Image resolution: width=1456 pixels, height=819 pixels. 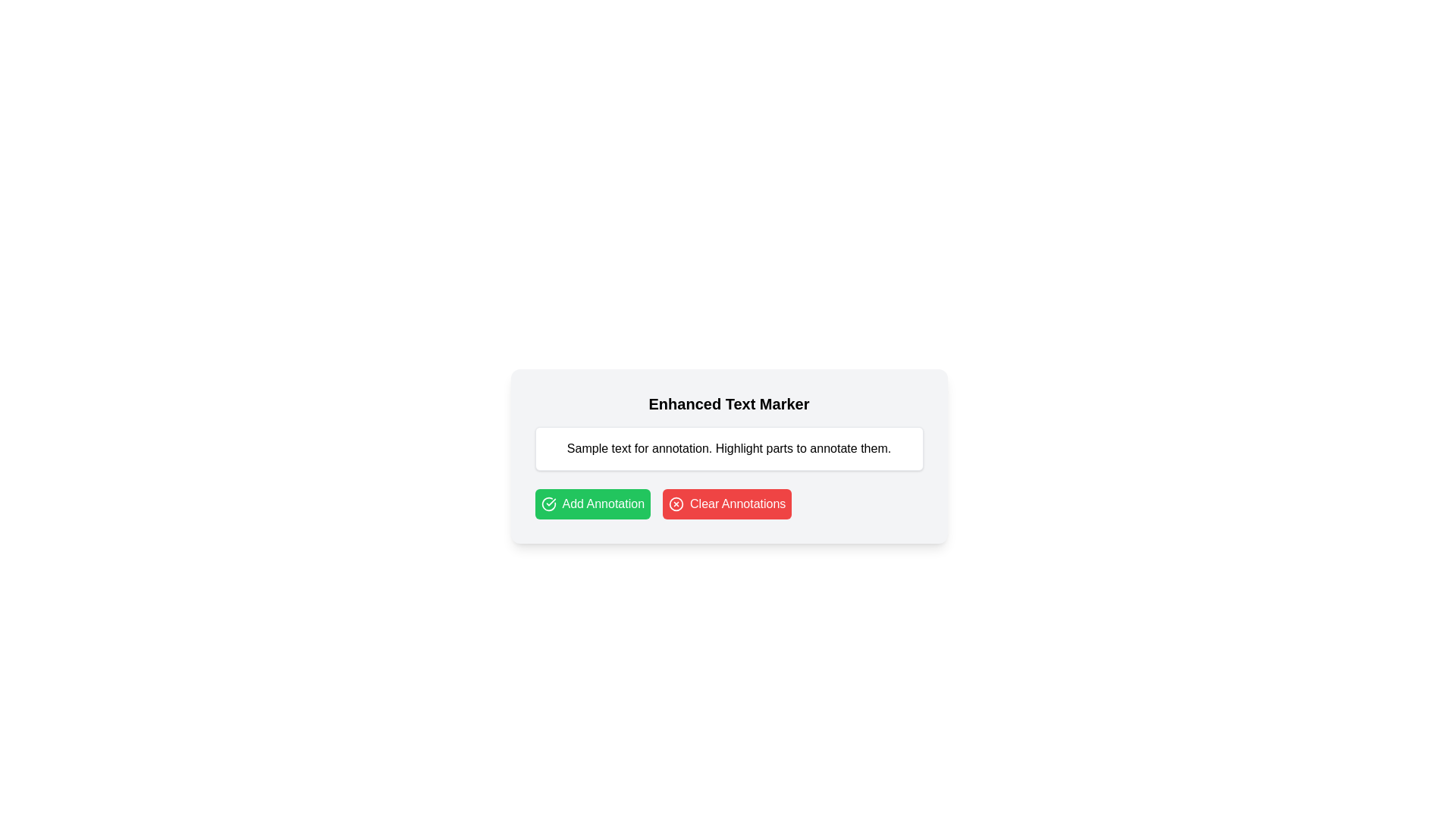 I want to click on the text element displaying the letter 't', which is the 11th character in the sentence 'Sample text for annotation.', so click(x=629, y=447).